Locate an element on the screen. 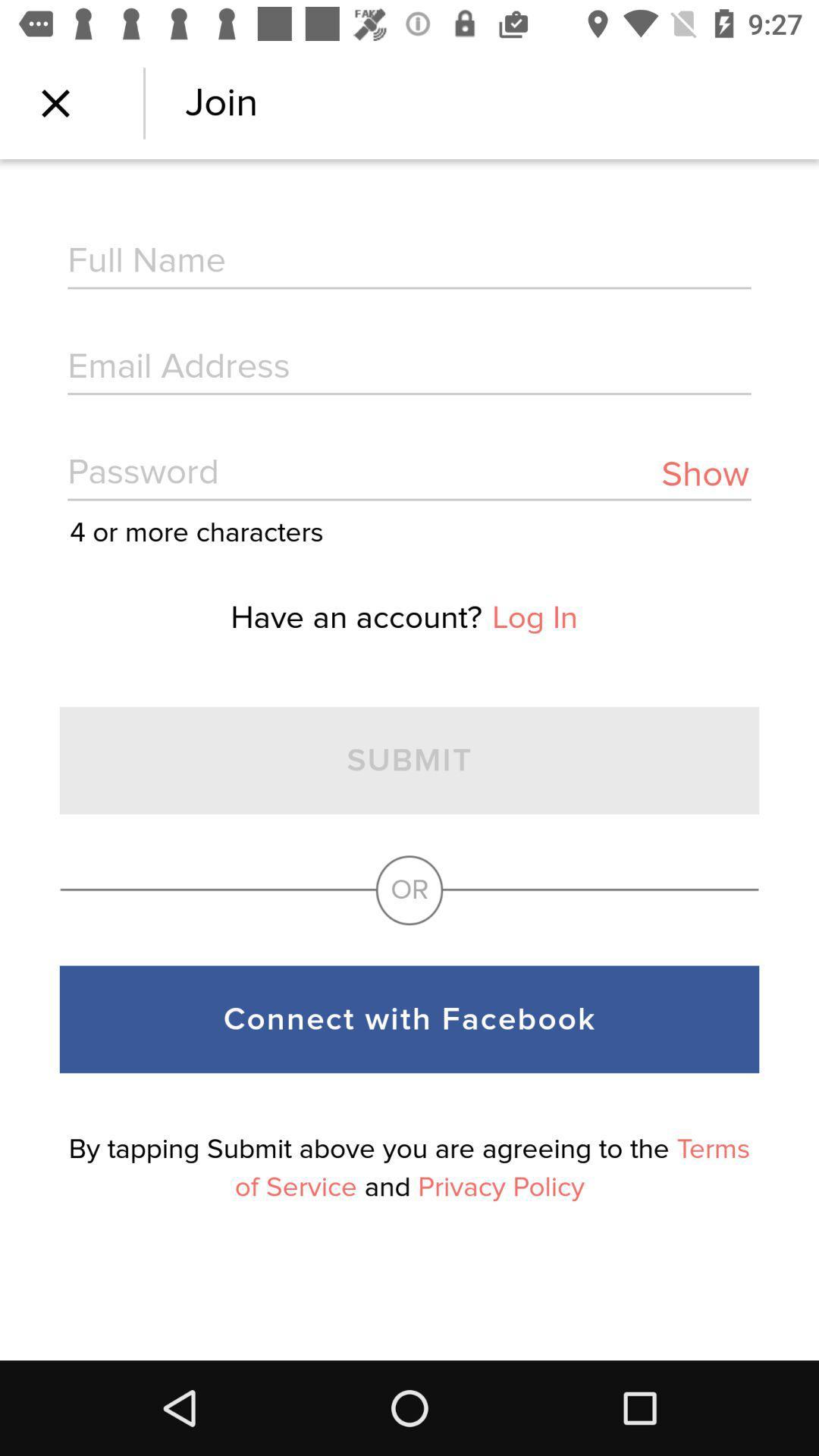 The width and height of the screenshot is (819, 1456). icon to the right of have an account? item is located at coordinates (534, 618).